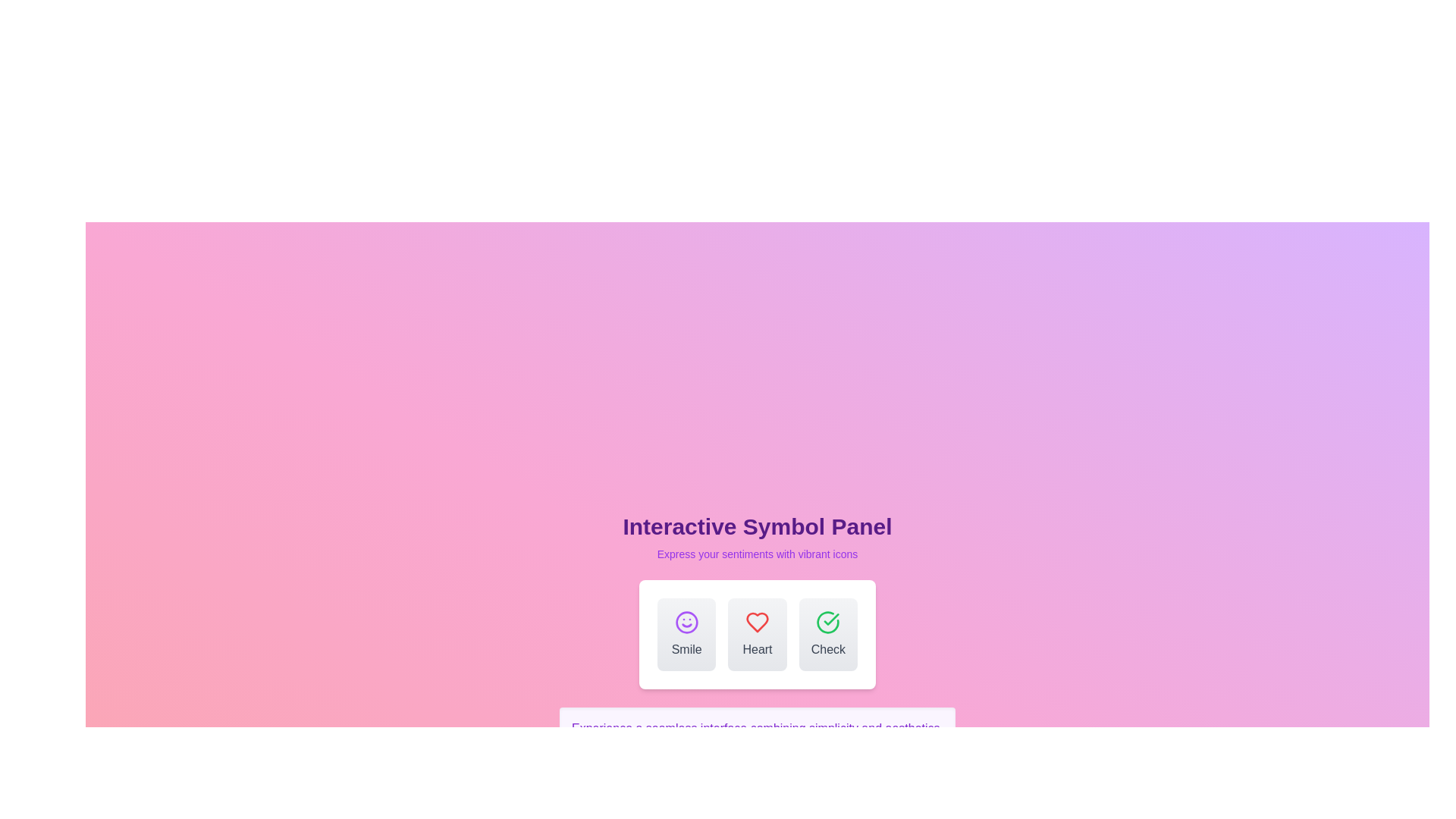  What do you see at coordinates (757, 635) in the screenshot?
I see `the 'Heart' interactive card, which is the second card in a row of three` at bounding box center [757, 635].